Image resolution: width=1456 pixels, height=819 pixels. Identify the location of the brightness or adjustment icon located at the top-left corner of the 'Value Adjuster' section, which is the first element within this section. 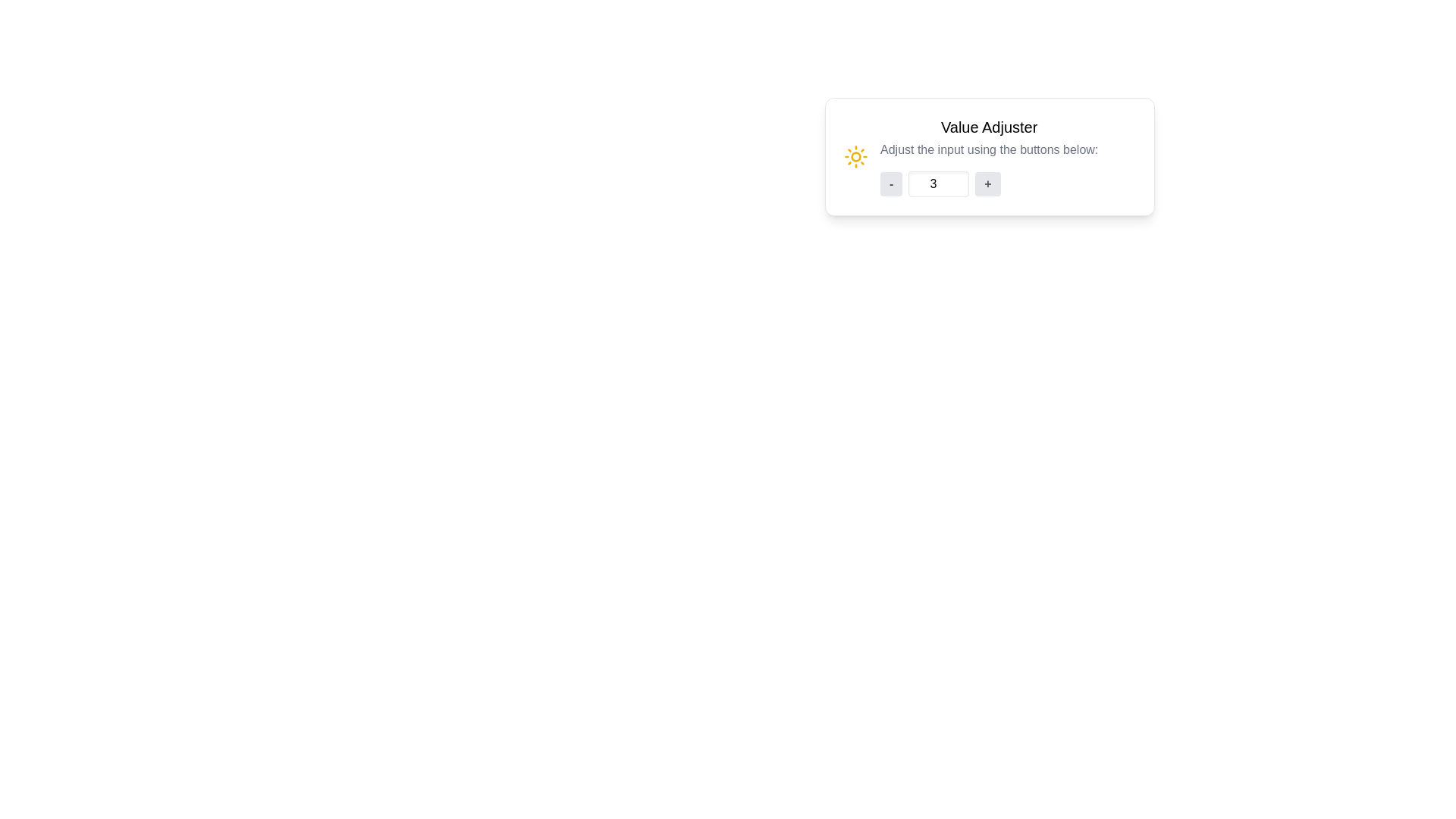
(855, 157).